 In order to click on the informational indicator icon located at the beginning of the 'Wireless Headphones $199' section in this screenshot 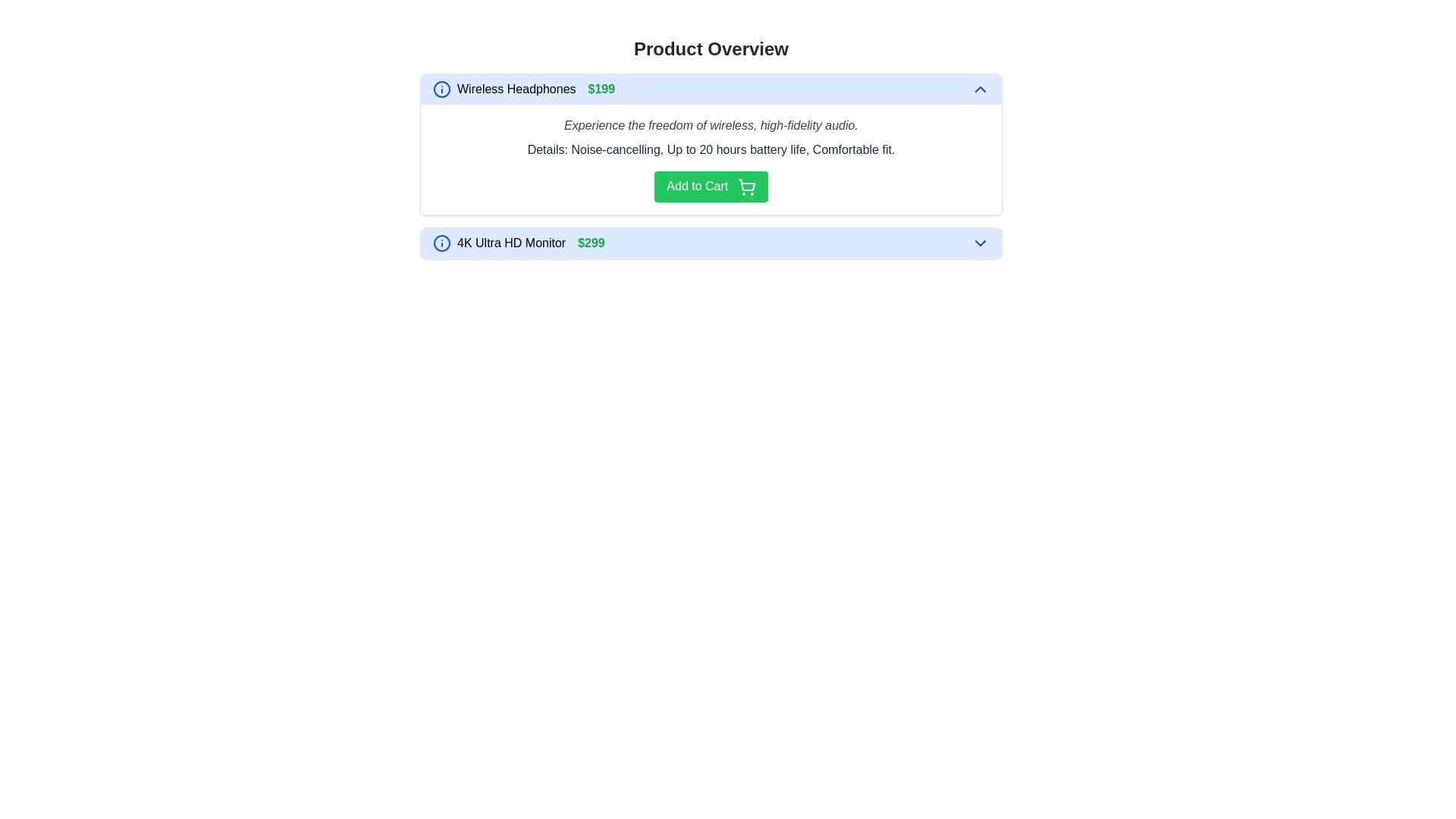, I will do `click(441, 89)`.